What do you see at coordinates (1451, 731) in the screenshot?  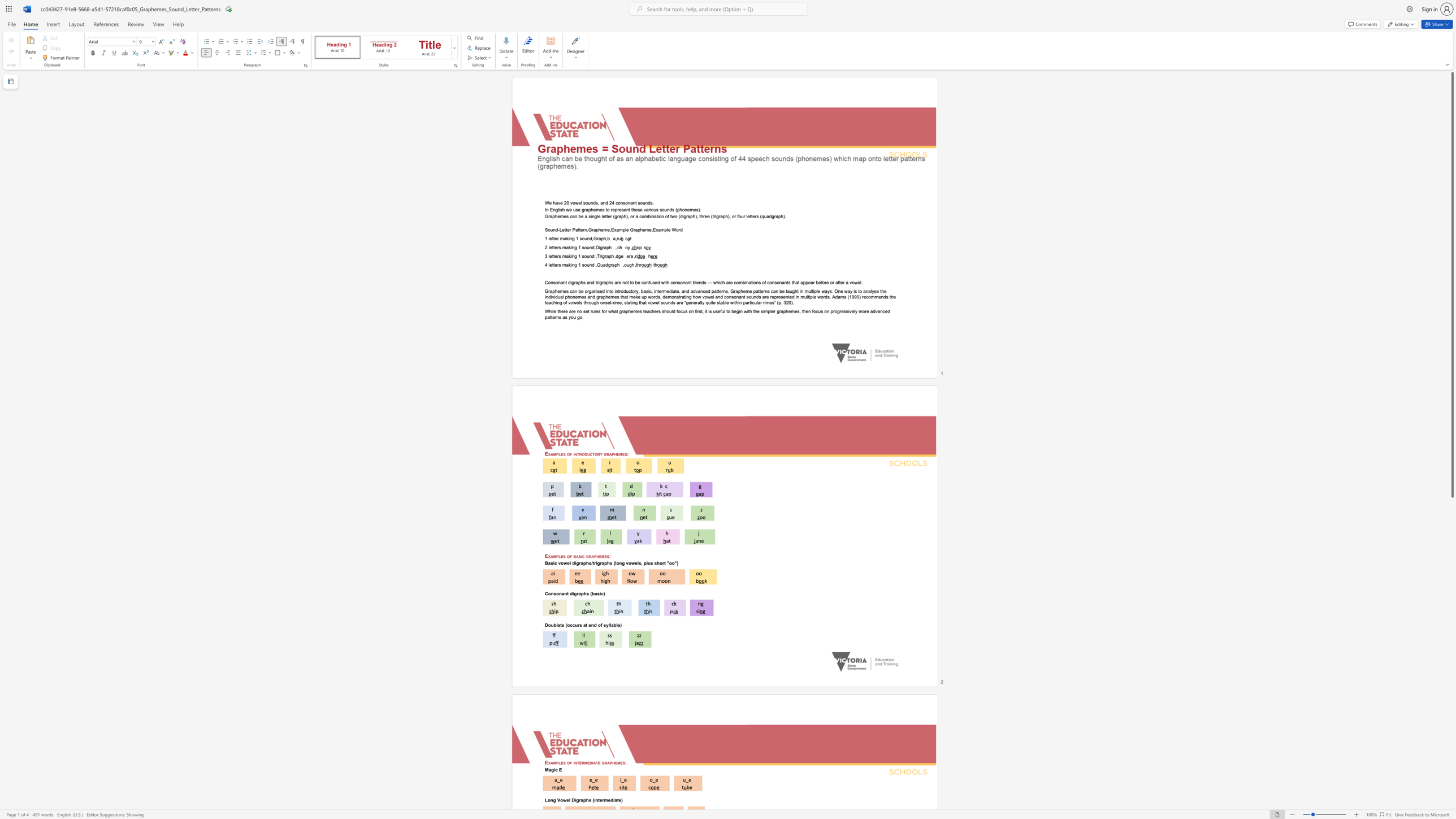 I see `the scrollbar on the right to shift the page lower` at bounding box center [1451, 731].